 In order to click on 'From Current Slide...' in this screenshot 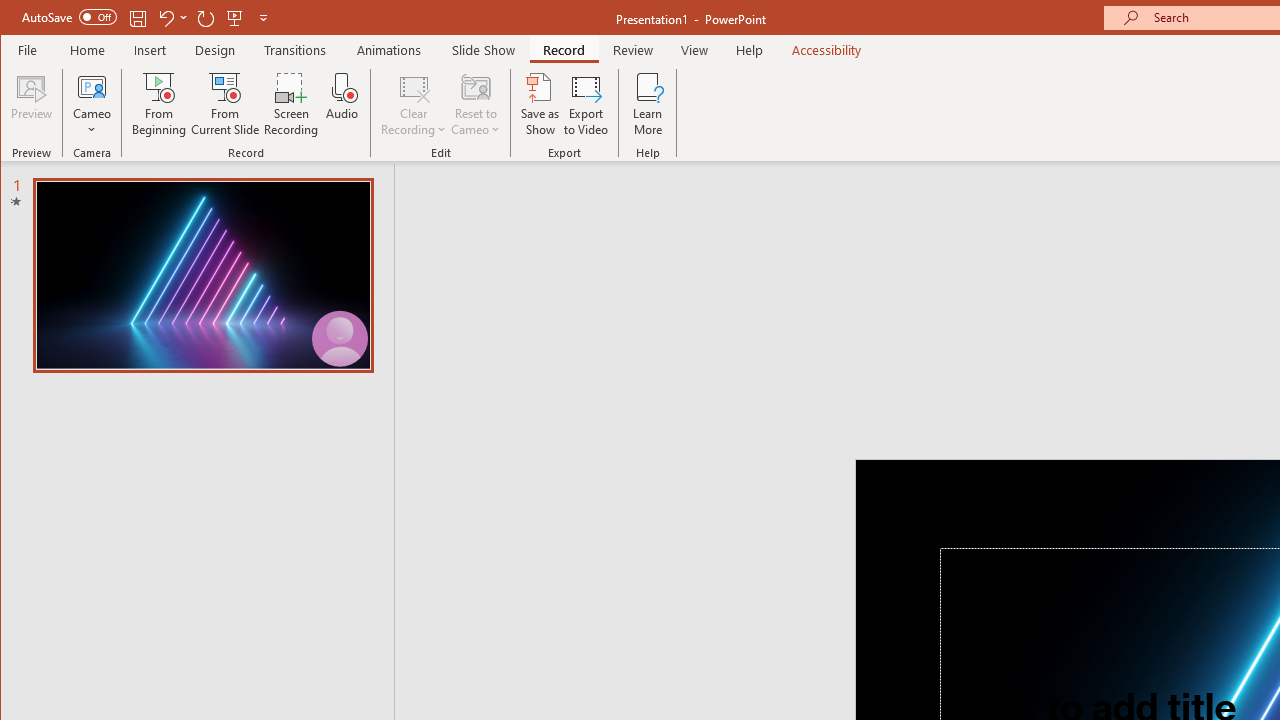, I will do `click(225, 104)`.